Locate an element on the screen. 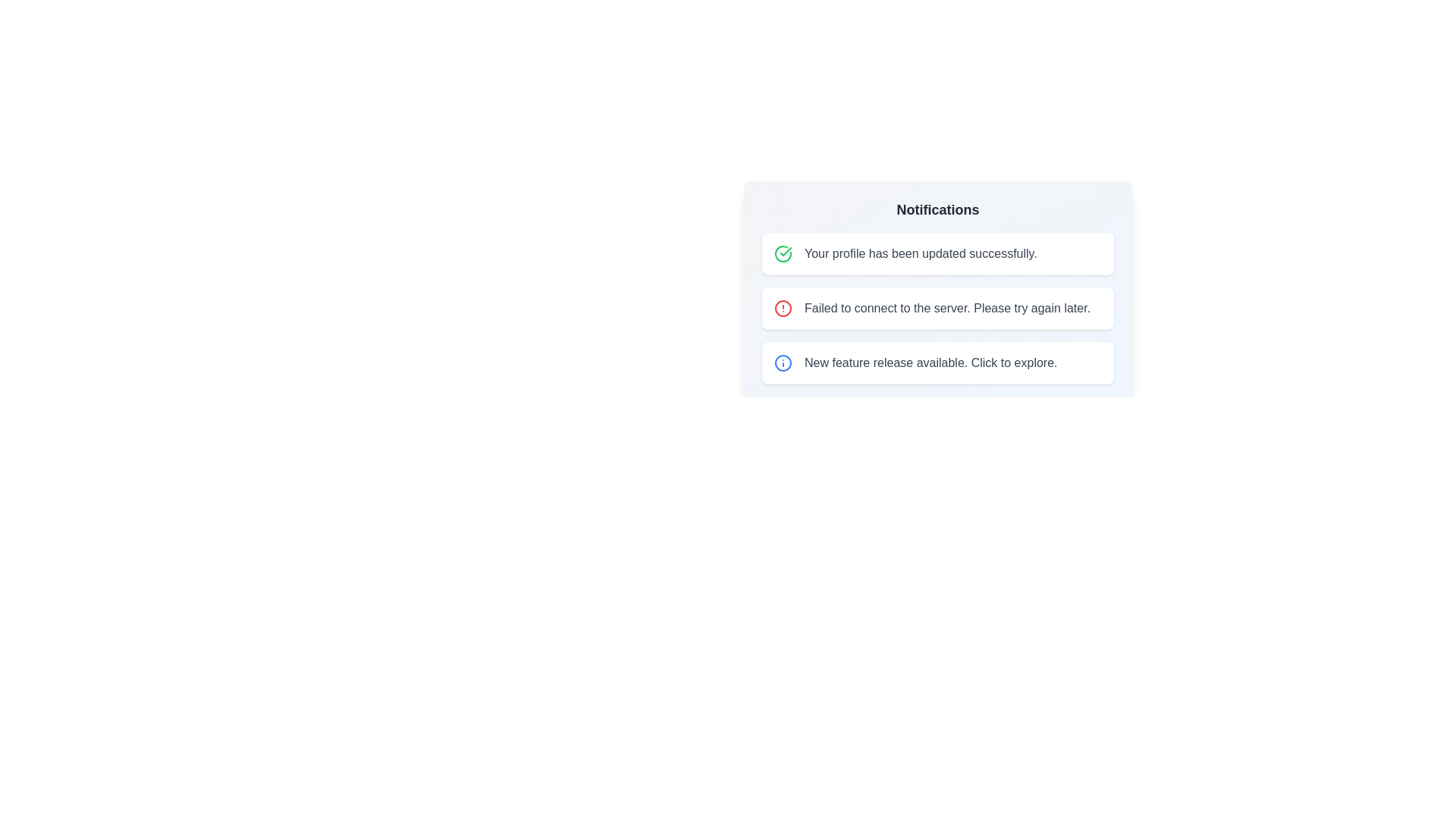 The height and width of the screenshot is (819, 1456). text notification 'New feature release available. Click to explore.' which is styled with gray text on a white background, located in the third position of a vertical list within a notification panel is located at coordinates (930, 362).